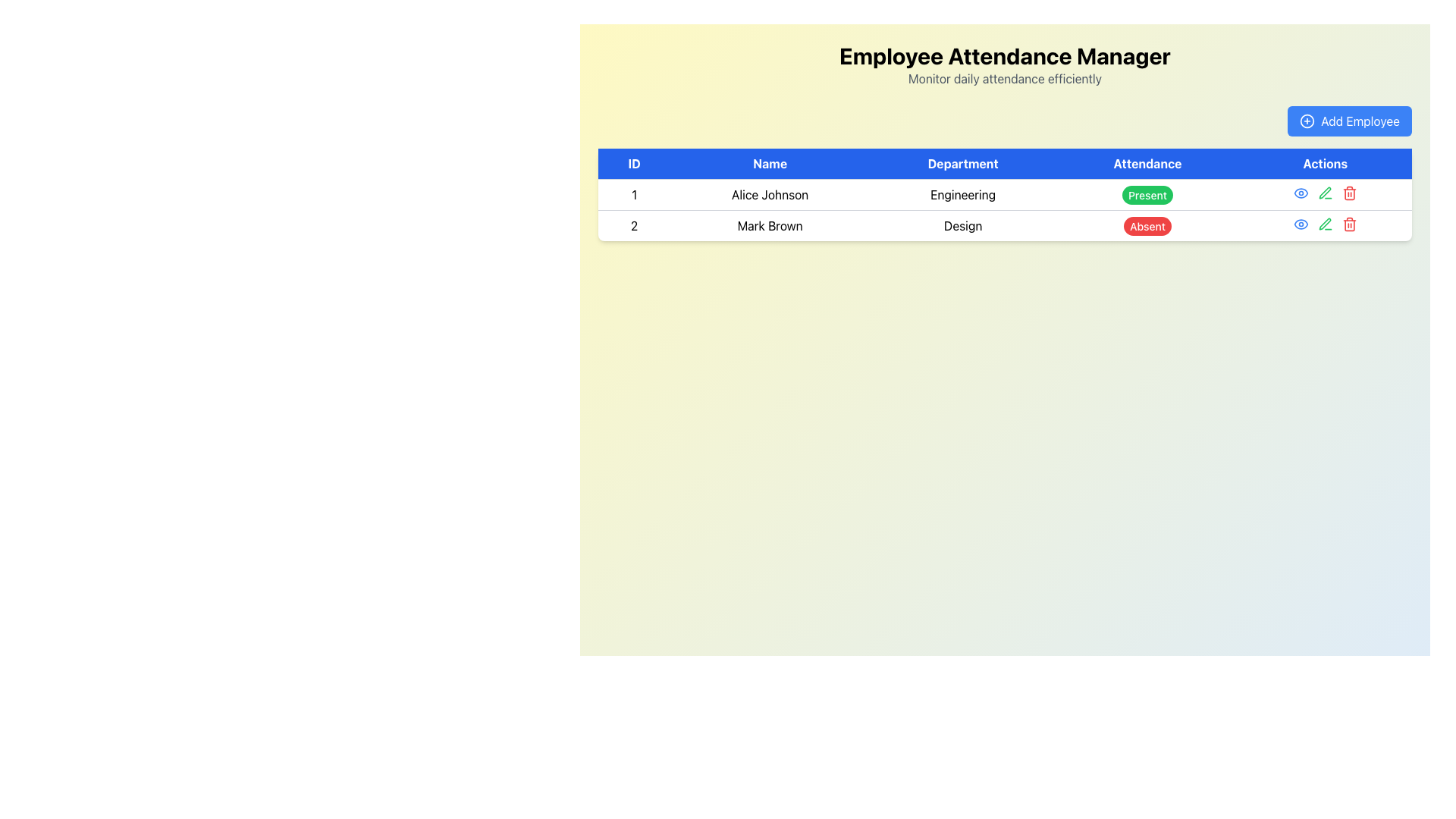  What do you see at coordinates (1005, 194) in the screenshot?
I see `the first row of the employee data table that displays ID '1', Name 'Alice Johnson', Department 'Engineering', Attendance 'Present', and includes interactive actions` at bounding box center [1005, 194].